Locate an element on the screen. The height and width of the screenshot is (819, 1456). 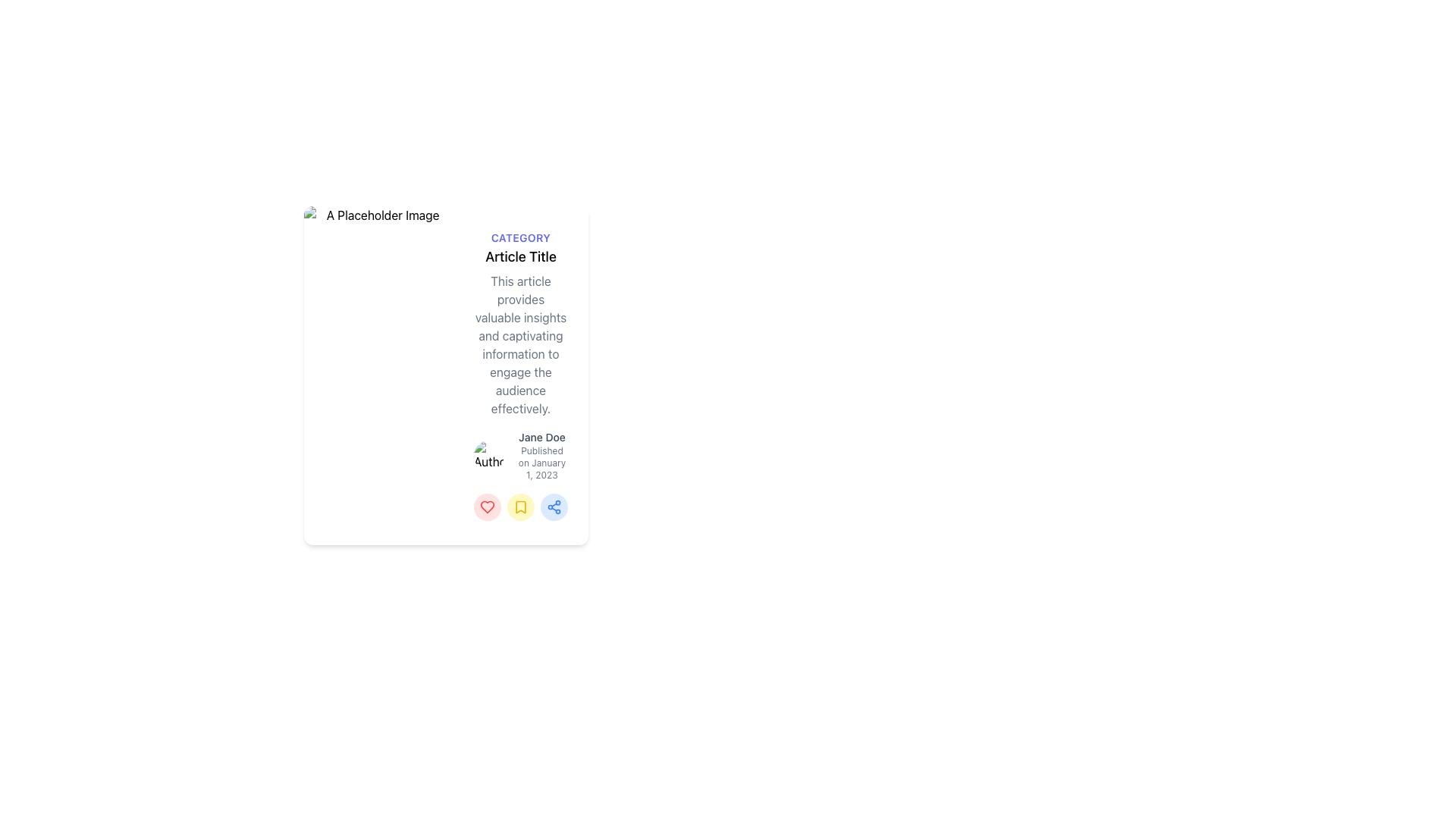
the static text label that reads 'Published on January 1, 2023', which is styled with small, gray-colored text located beneath the author's name 'Jane Doe' in the lower-right region of the article card is located at coordinates (542, 461).